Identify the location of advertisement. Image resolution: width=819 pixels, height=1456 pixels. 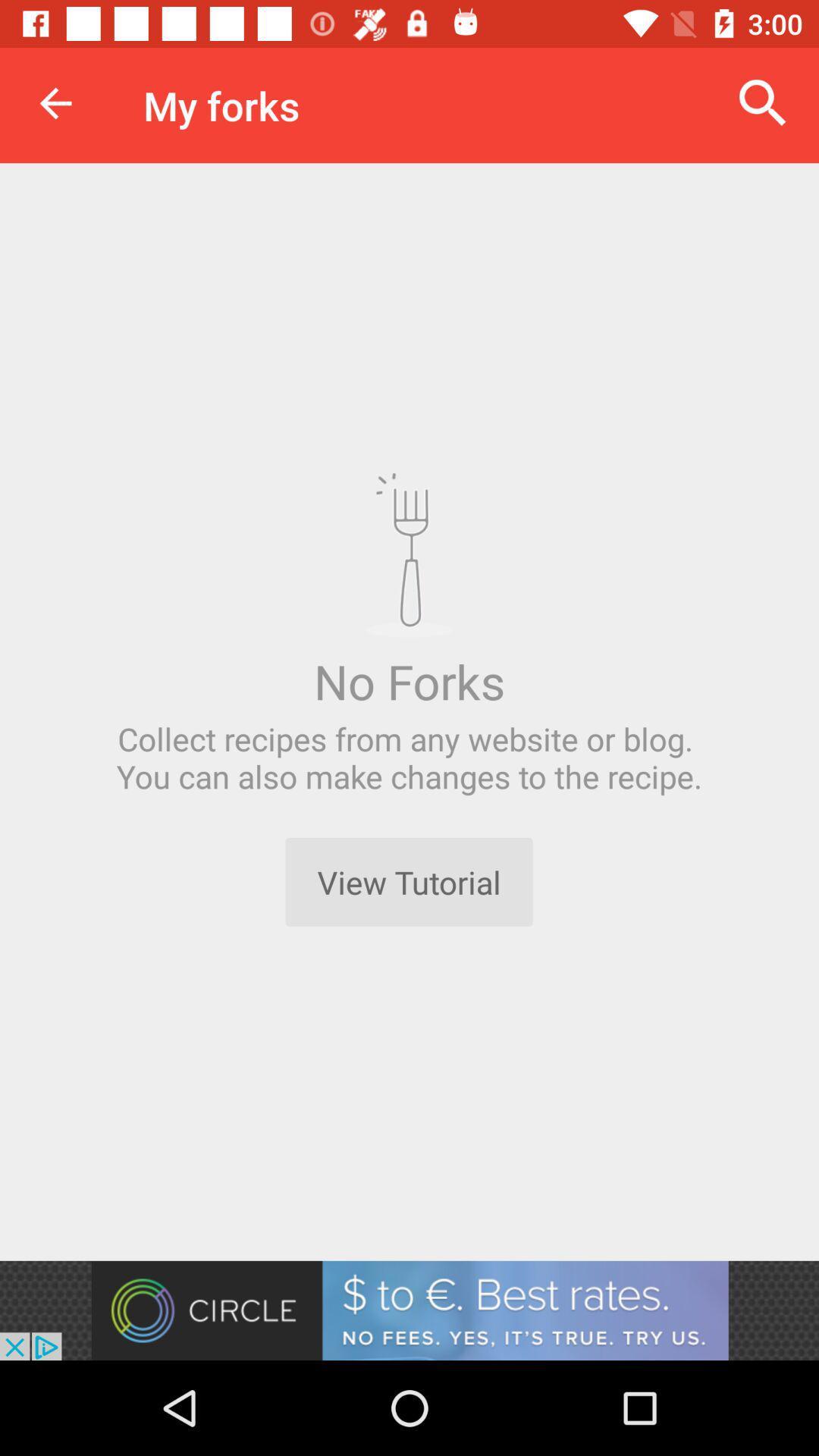
(409, 1310).